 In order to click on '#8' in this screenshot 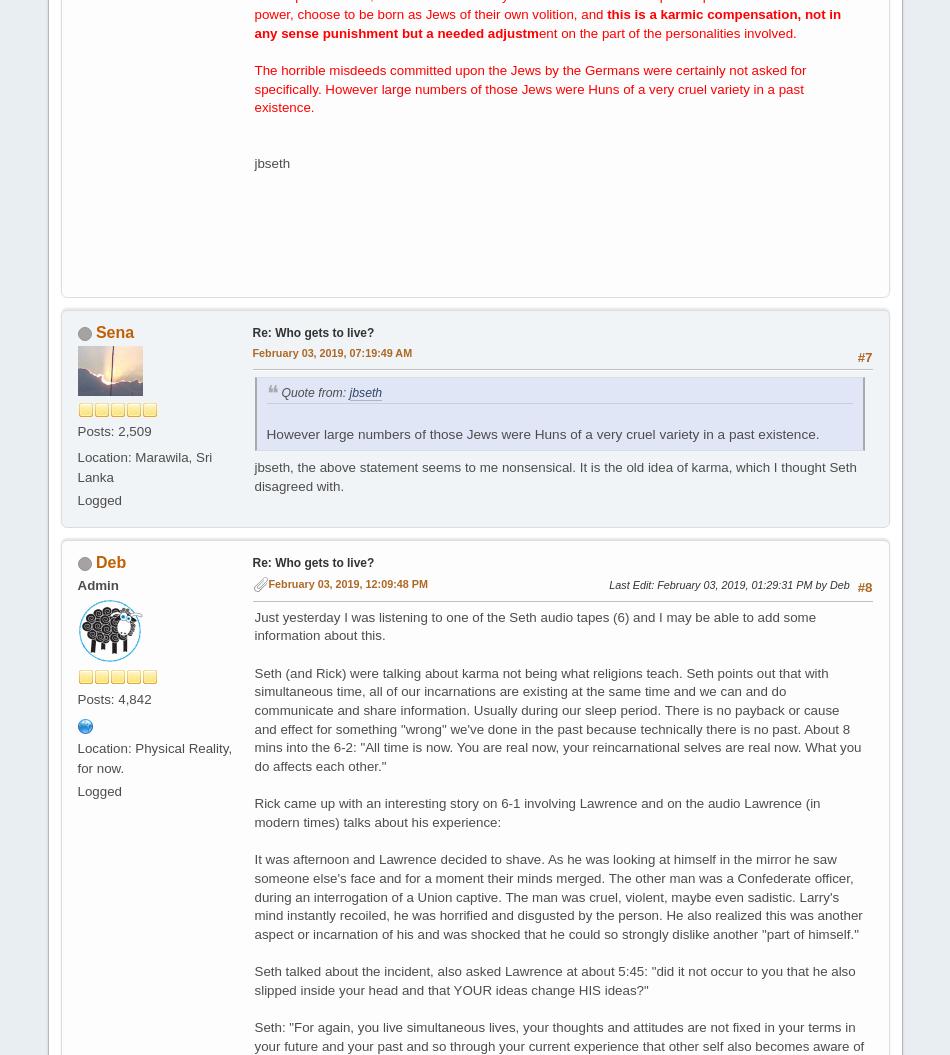, I will do `click(863, 585)`.